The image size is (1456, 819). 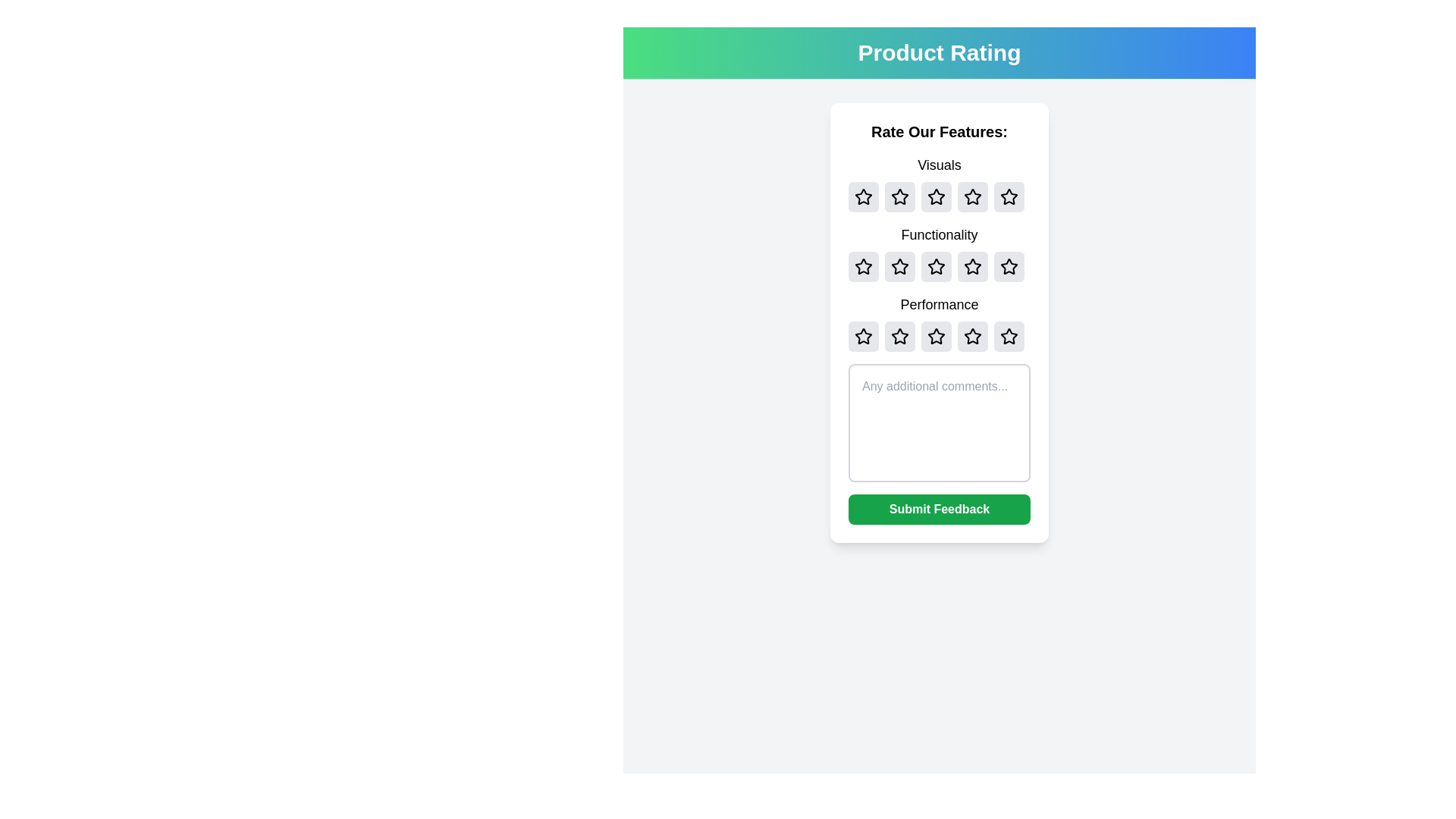 I want to click on the third star in the 'Functionality' rating section to give it a rating, so click(x=935, y=265).